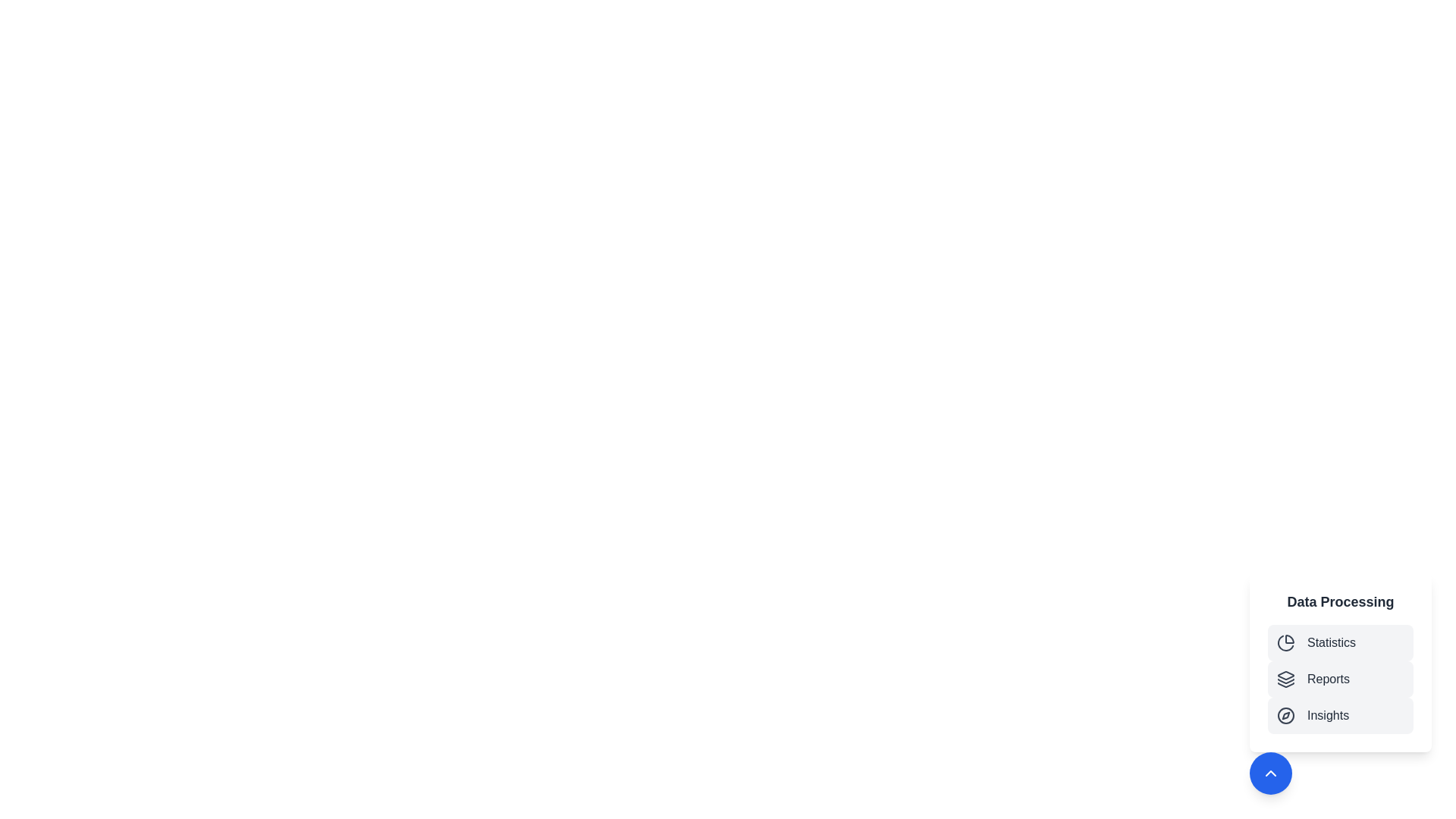 The width and height of the screenshot is (1456, 819). I want to click on the 'Reports' menu item, so click(1340, 678).